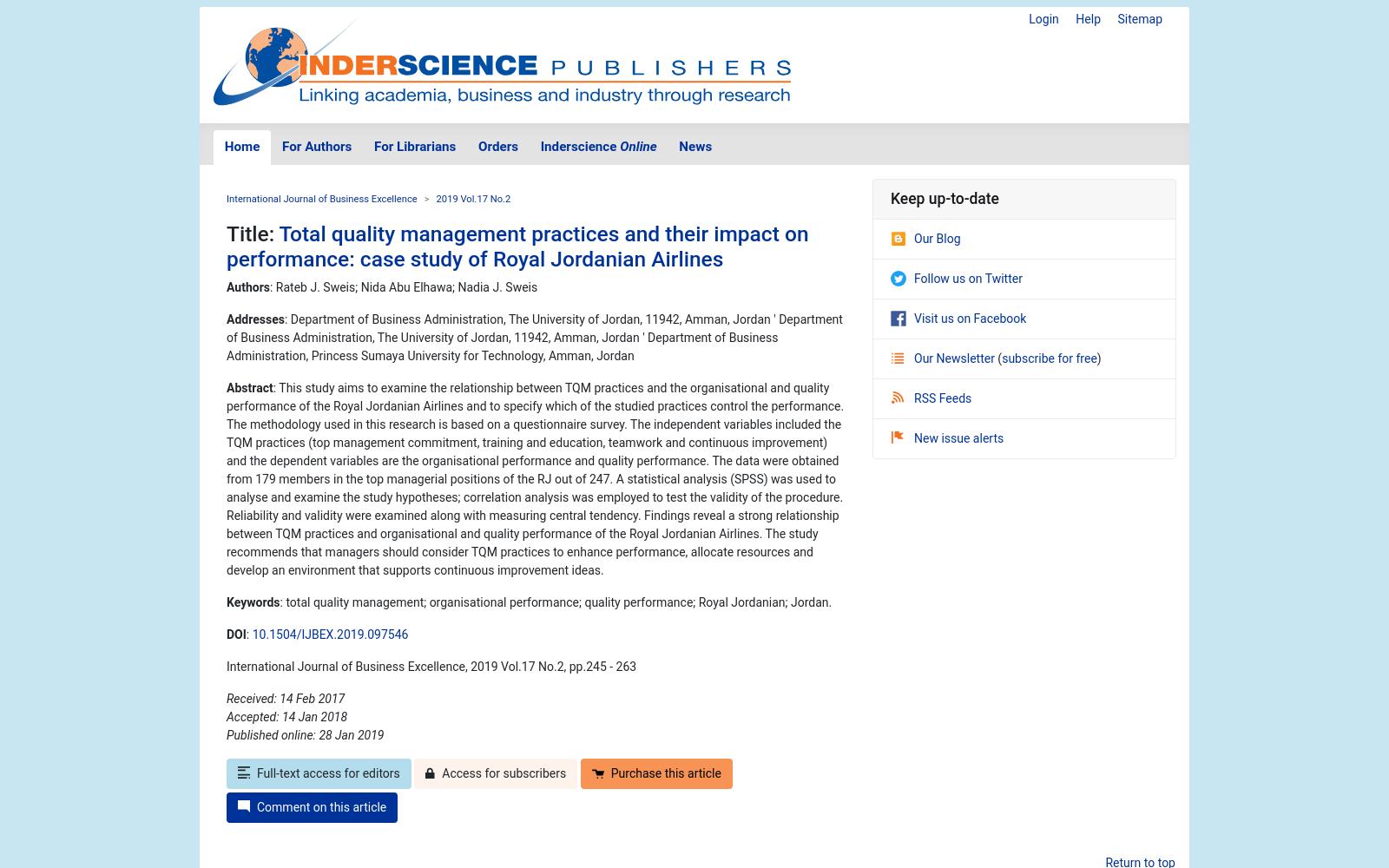 The width and height of the screenshot is (1389, 868). What do you see at coordinates (1042, 19) in the screenshot?
I see `'Login'` at bounding box center [1042, 19].